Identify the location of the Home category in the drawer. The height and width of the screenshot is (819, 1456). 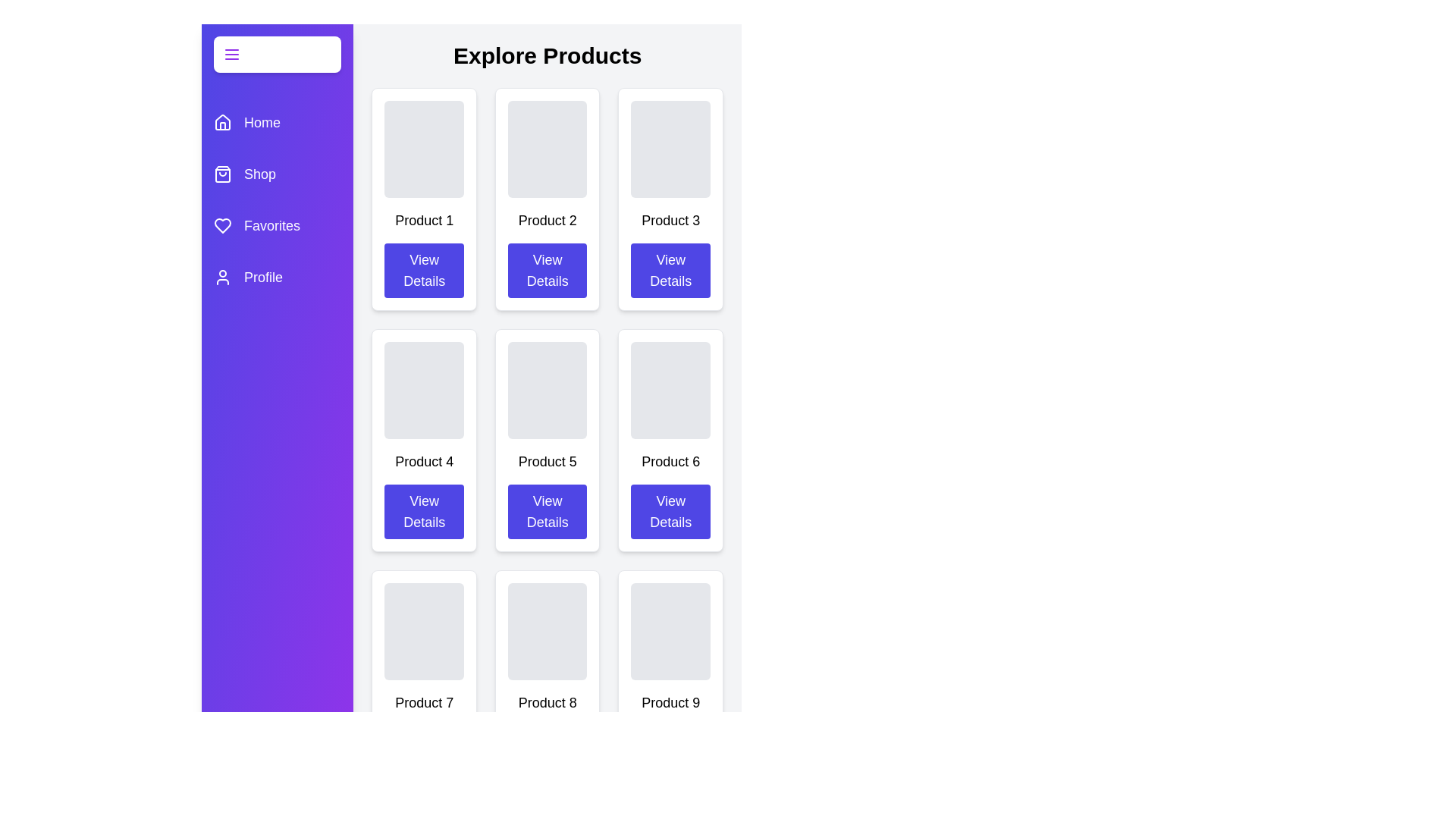
(277, 122).